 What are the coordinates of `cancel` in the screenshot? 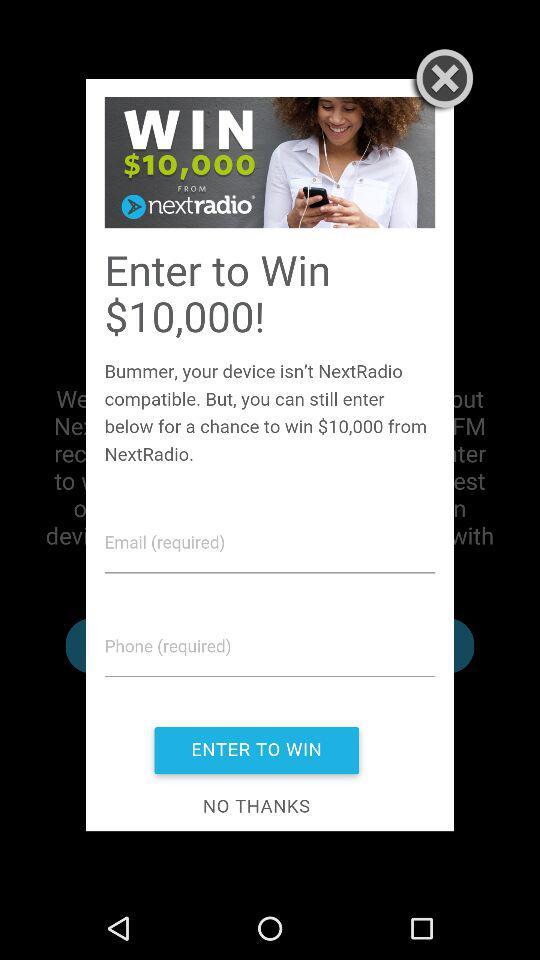 It's located at (440, 81).